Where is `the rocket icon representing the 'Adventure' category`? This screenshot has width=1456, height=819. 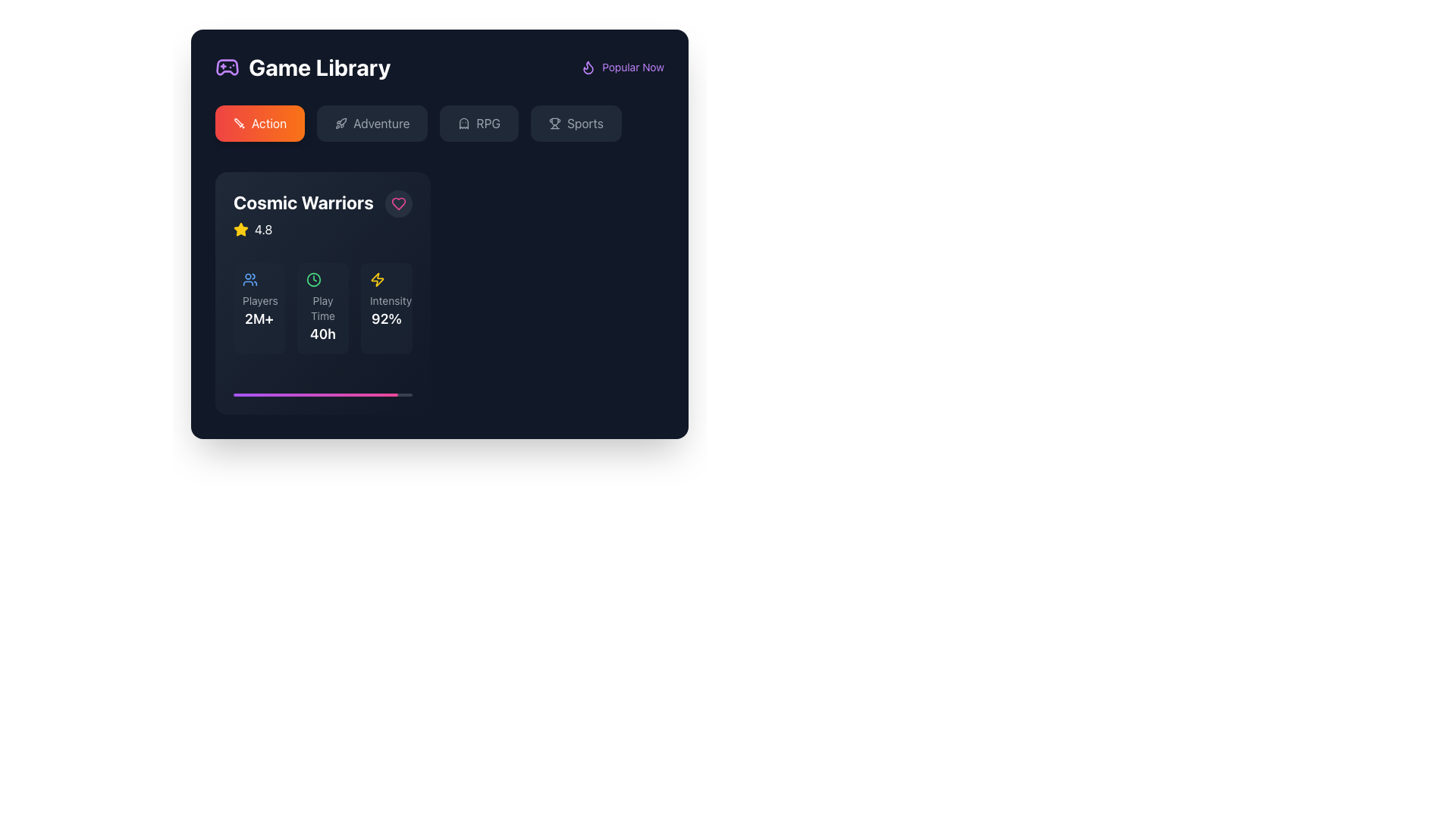 the rocket icon representing the 'Adventure' category is located at coordinates (340, 122).